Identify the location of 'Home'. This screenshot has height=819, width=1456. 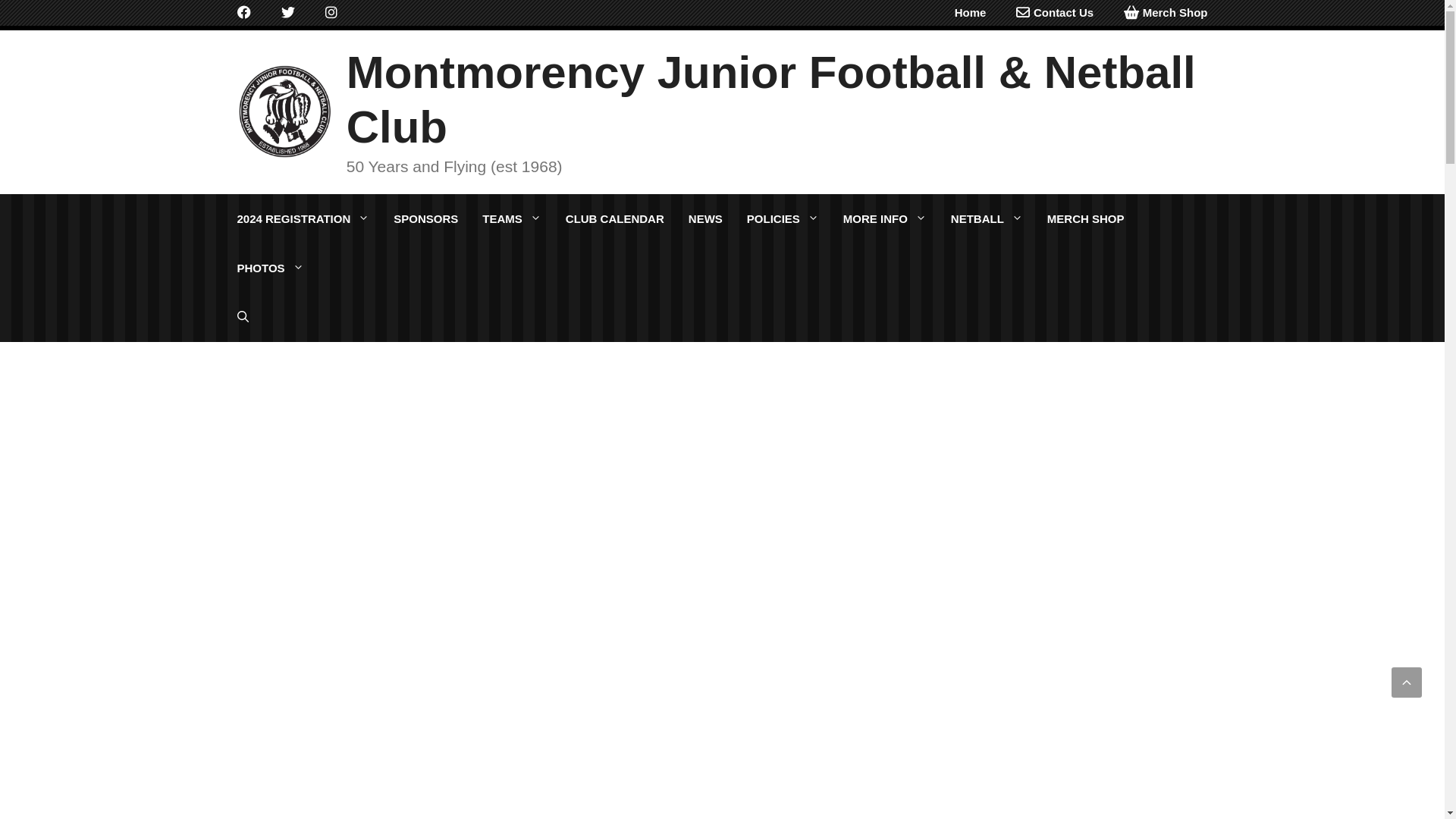
(979, 12).